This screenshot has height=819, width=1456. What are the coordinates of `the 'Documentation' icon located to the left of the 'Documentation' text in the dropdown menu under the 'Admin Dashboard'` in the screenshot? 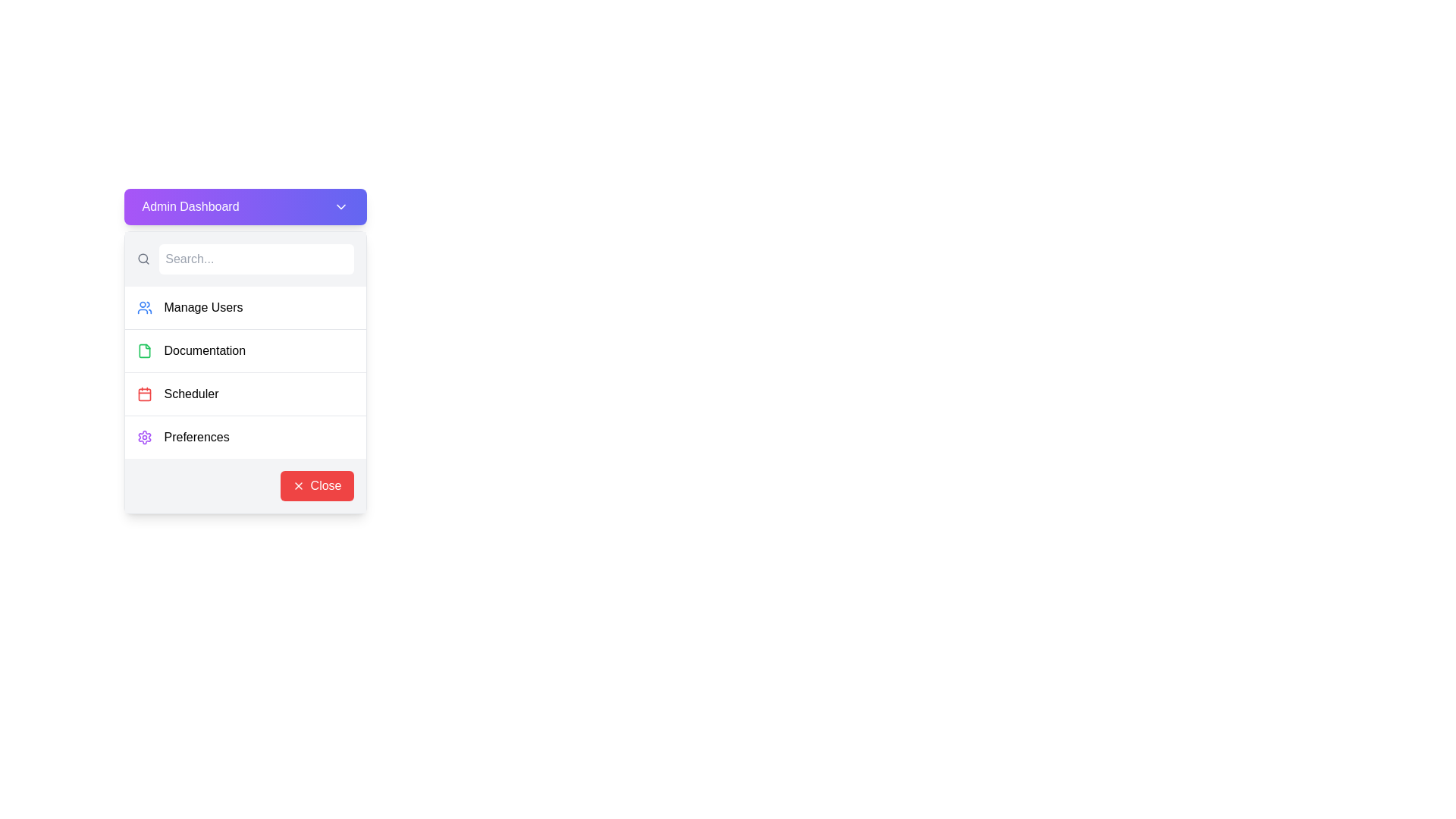 It's located at (144, 350).